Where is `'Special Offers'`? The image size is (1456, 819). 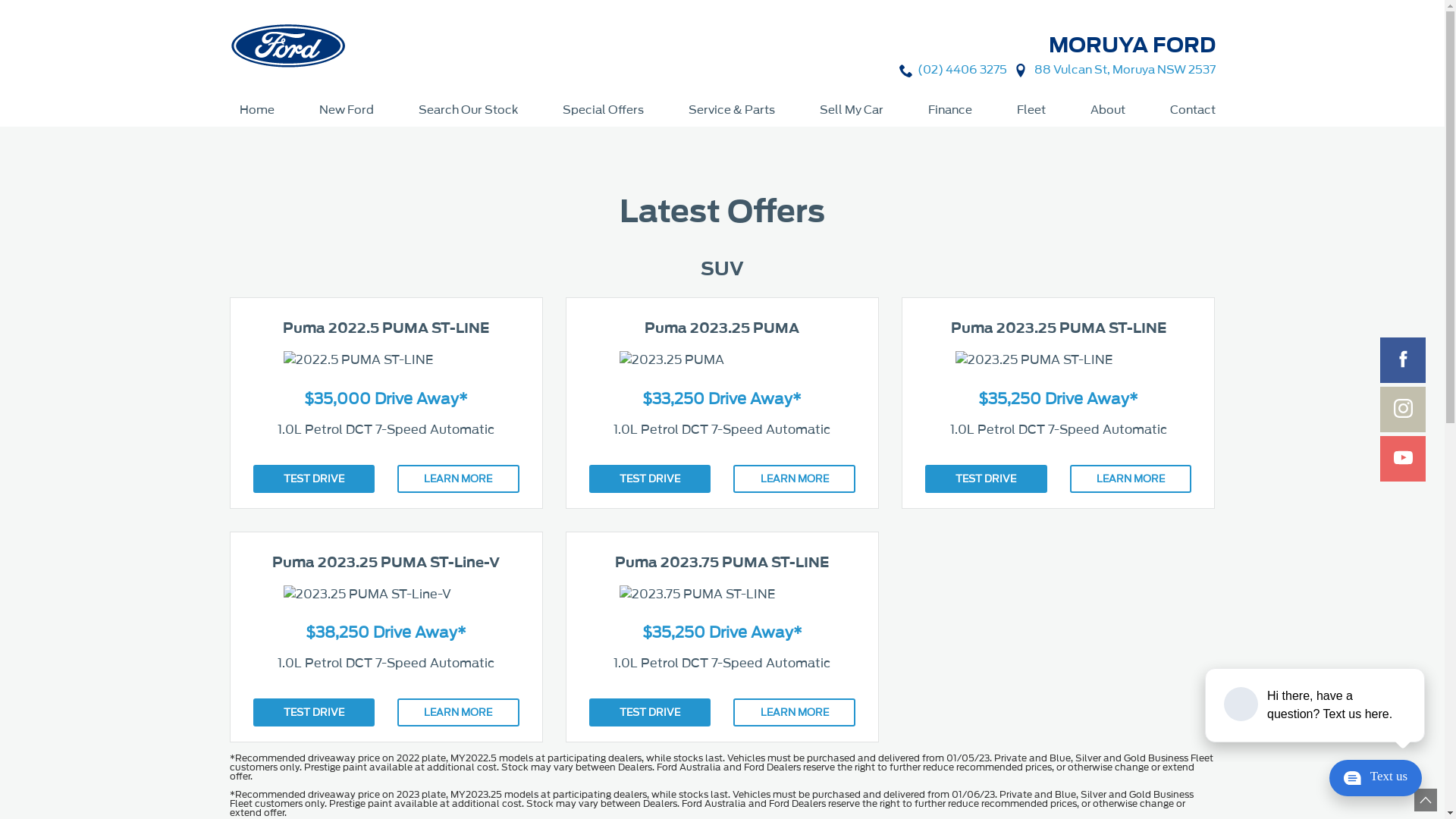 'Special Offers' is located at coordinates (601, 109).